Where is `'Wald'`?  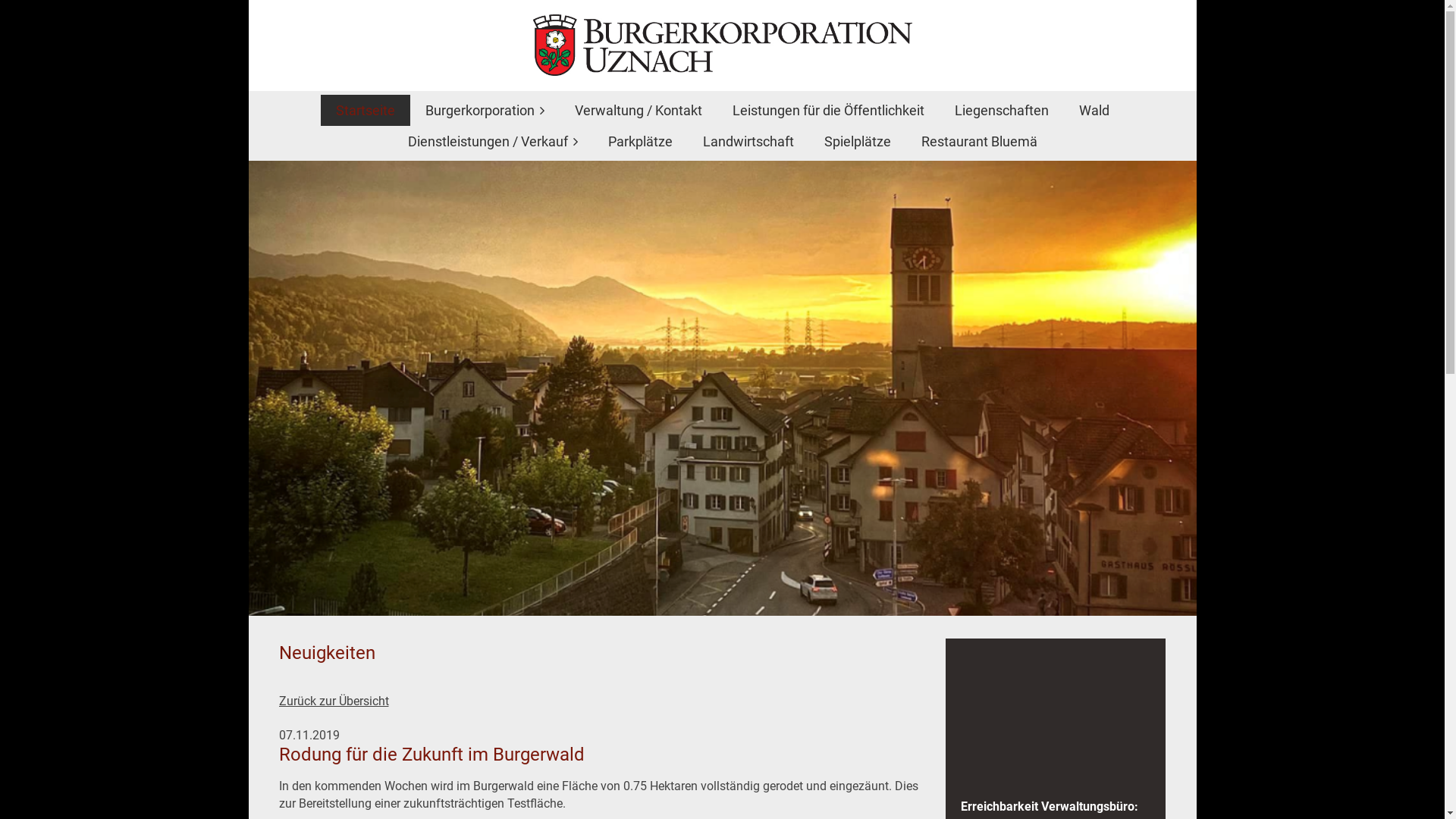 'Wald' is located at coordinates (1093, 109).